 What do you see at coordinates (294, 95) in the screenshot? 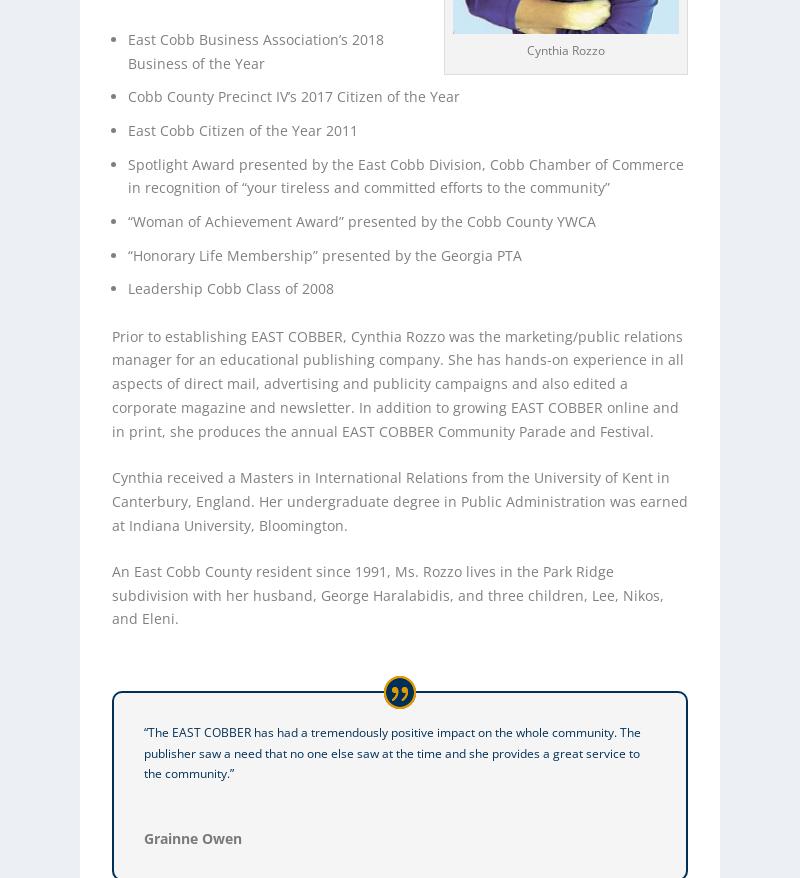
I see `'Cobb County Precinct IV’s 2017 Citizen of the Year'` at bounding box center [294, 95].